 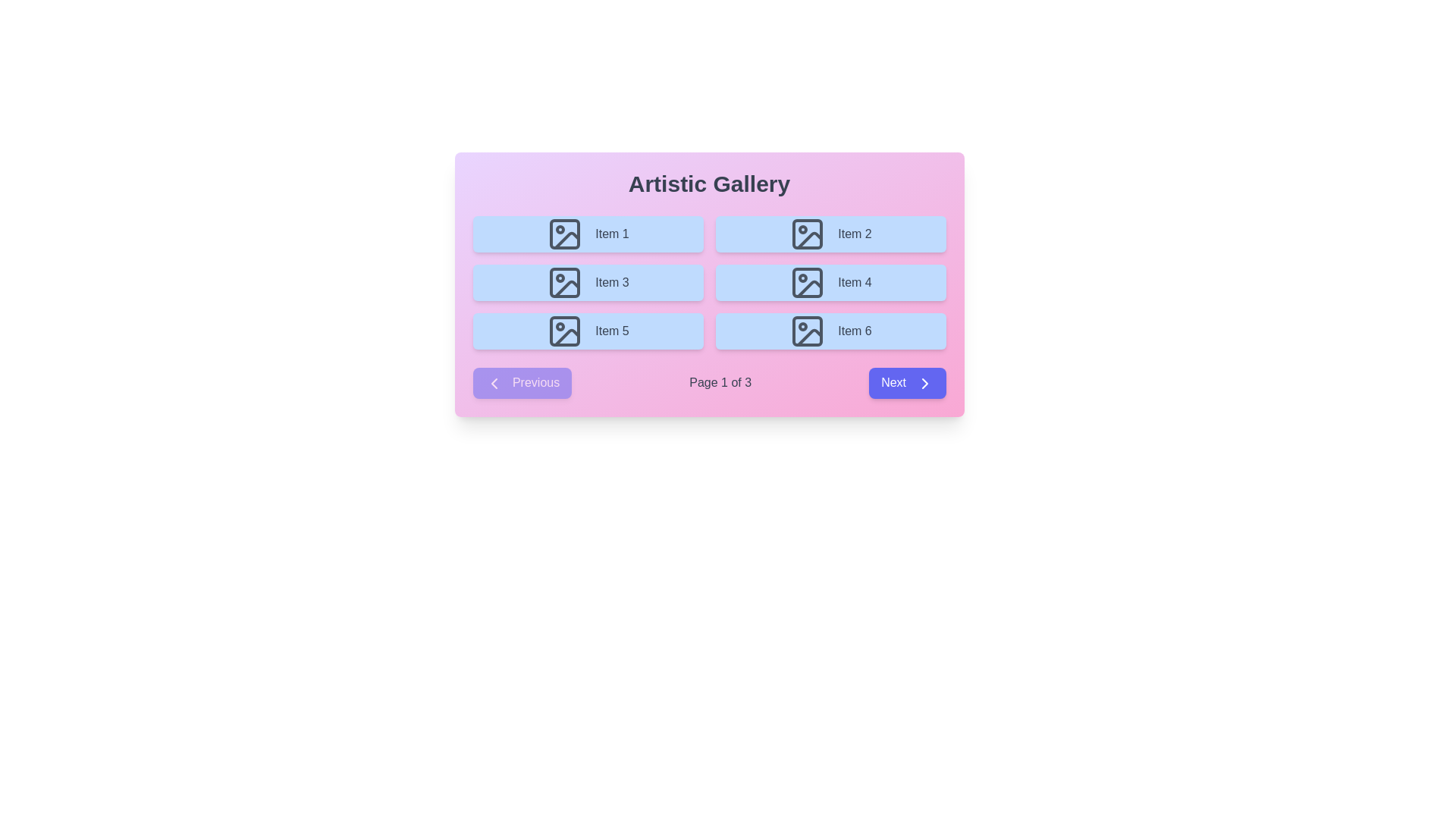 I want to click on the pagination text that indicates the current page number, situated centrally between the 'Previous' and 'Next' buttons, so click(x=720, y=382).